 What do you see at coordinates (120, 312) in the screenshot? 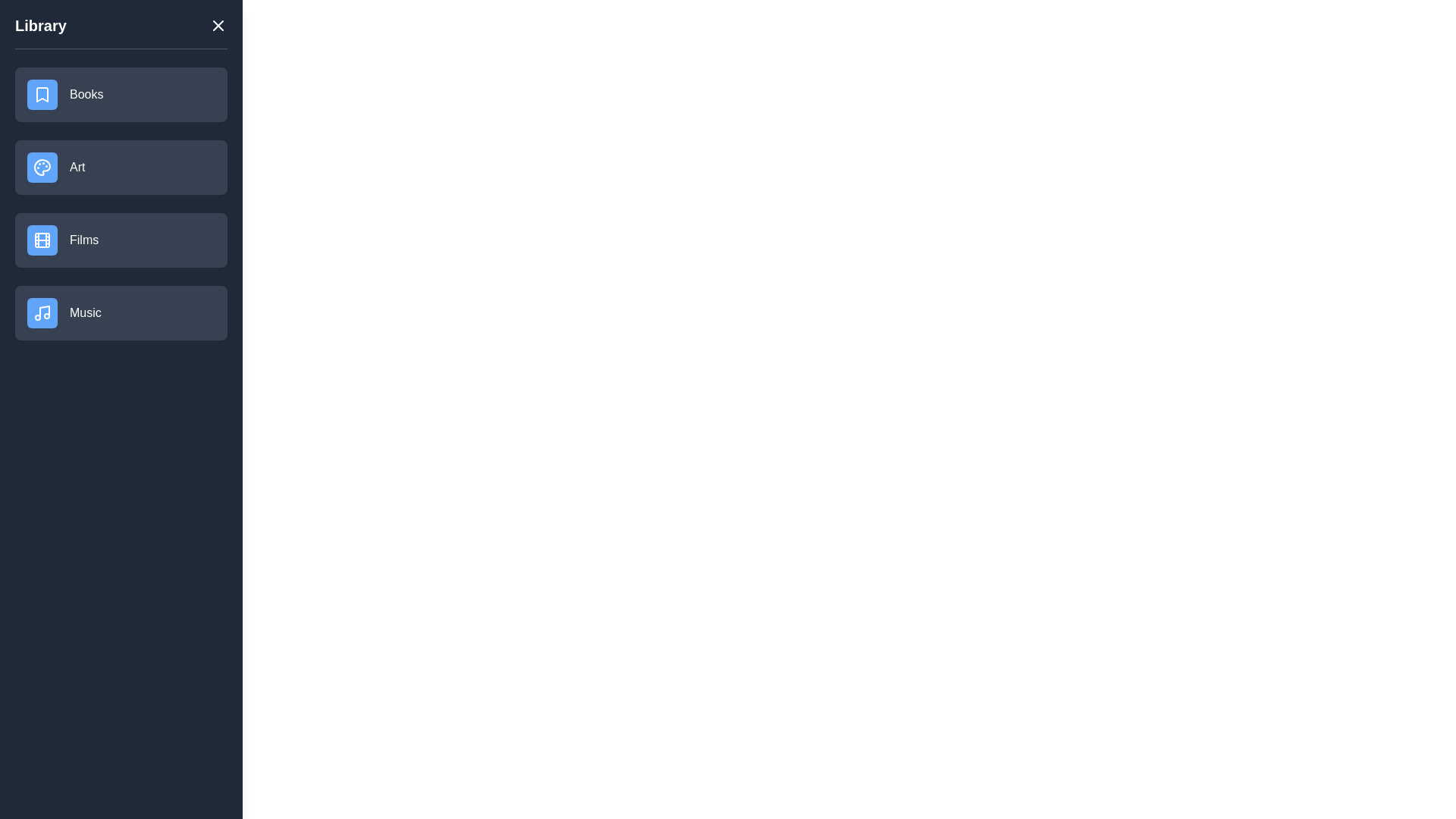
I see `the category Music from the list` at bounding box center [120, 312].